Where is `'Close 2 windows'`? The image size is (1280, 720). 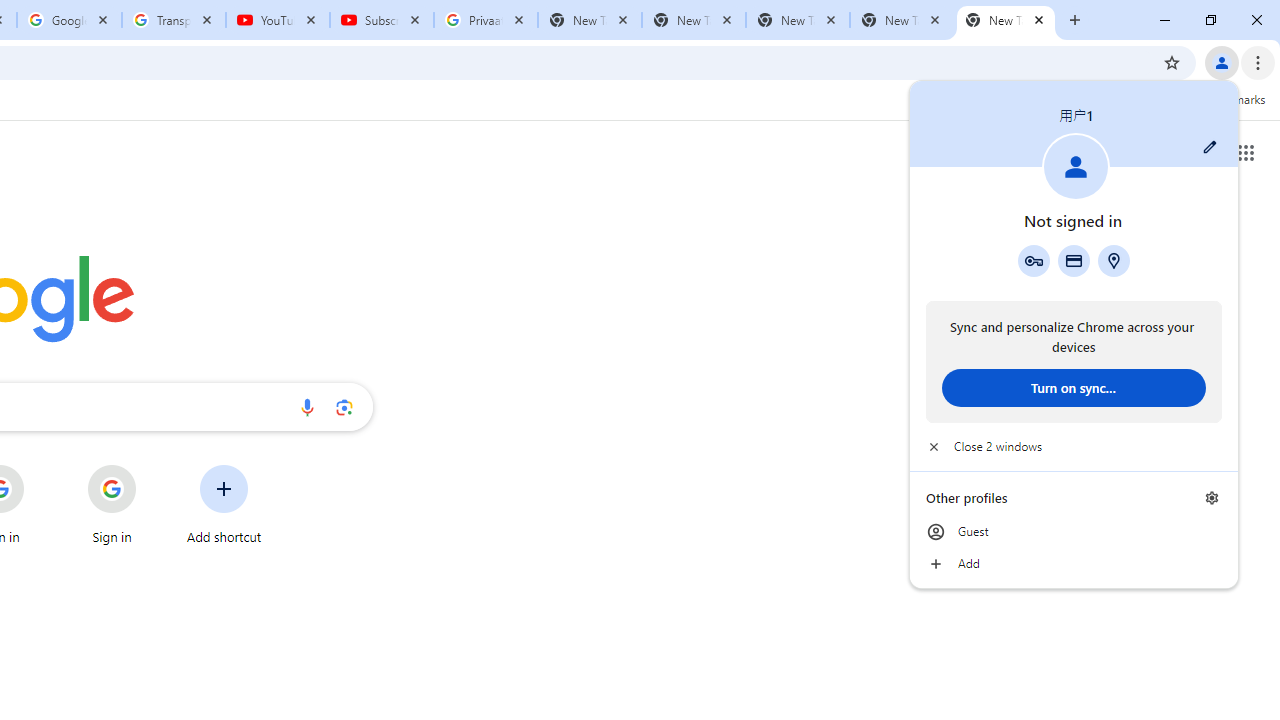 'Close 2 windows' is located at coordinates (1072, 446).